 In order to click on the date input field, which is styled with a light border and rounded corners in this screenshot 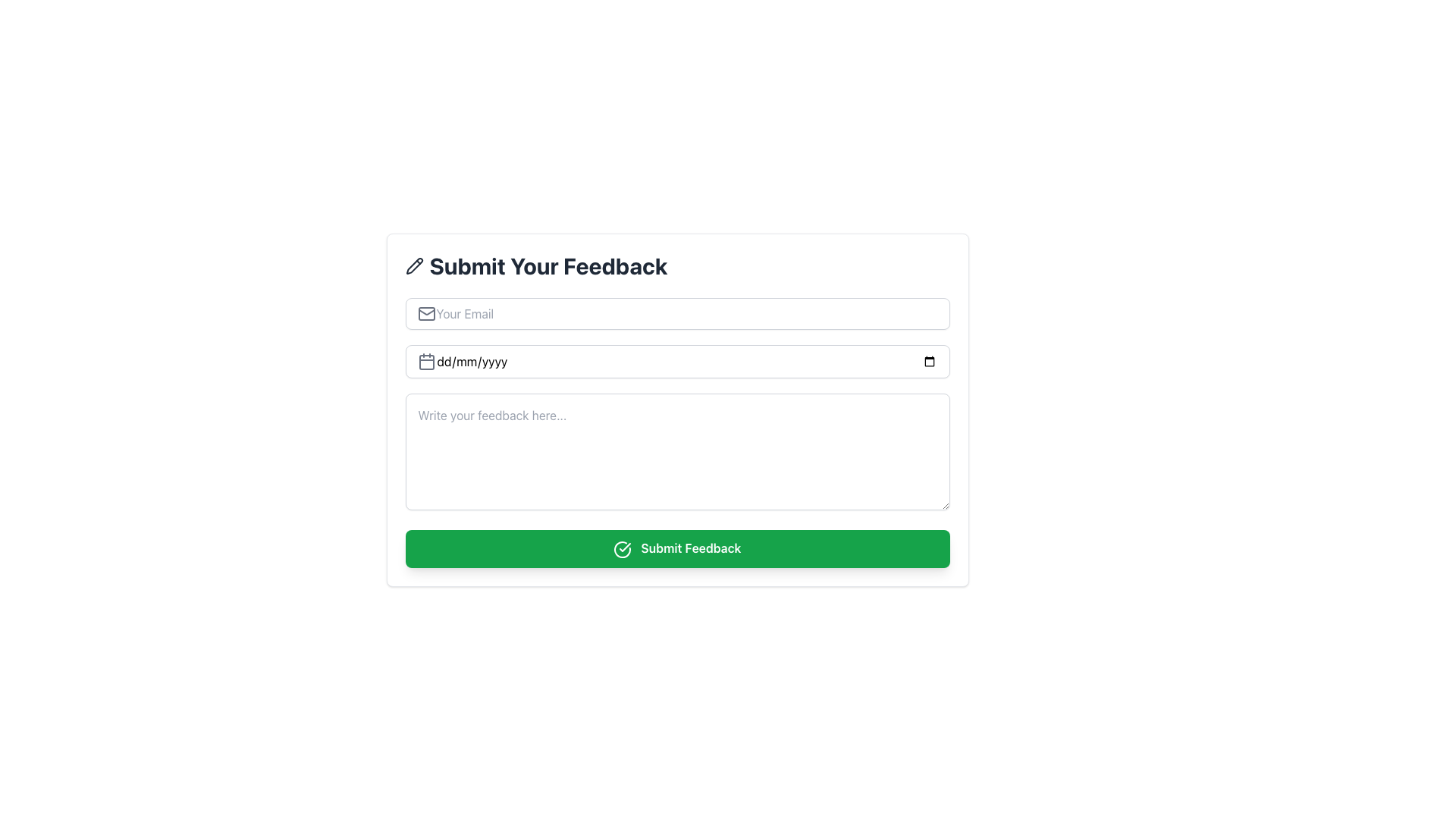, I will do `click(676, 362)`.